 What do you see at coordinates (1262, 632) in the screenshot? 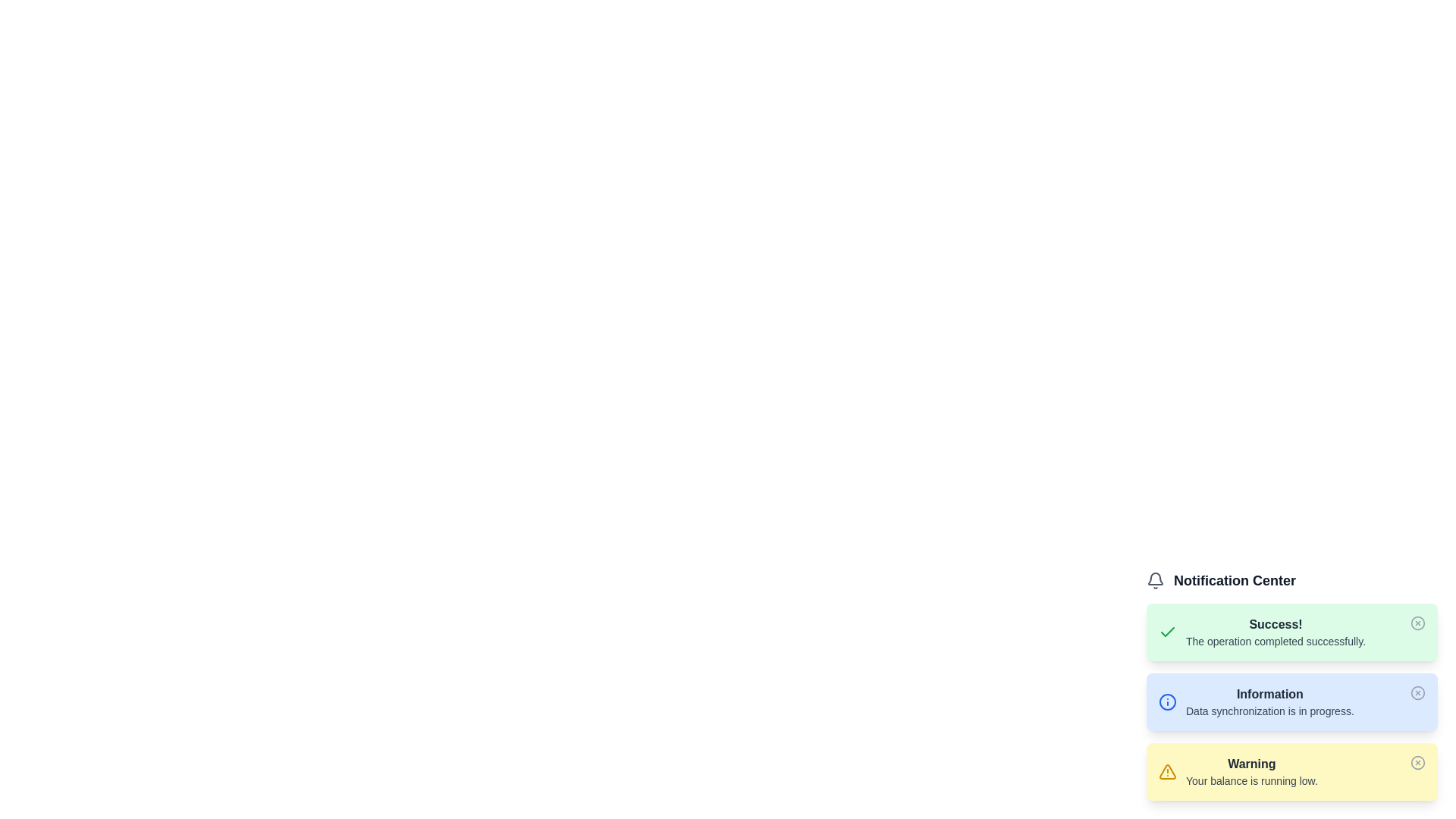
I see `message from the Alert notification located at the topmost position of the notification list under 'Notification Center', which is contained within a green box with rounded corners` at bounding box center [1262, 632].